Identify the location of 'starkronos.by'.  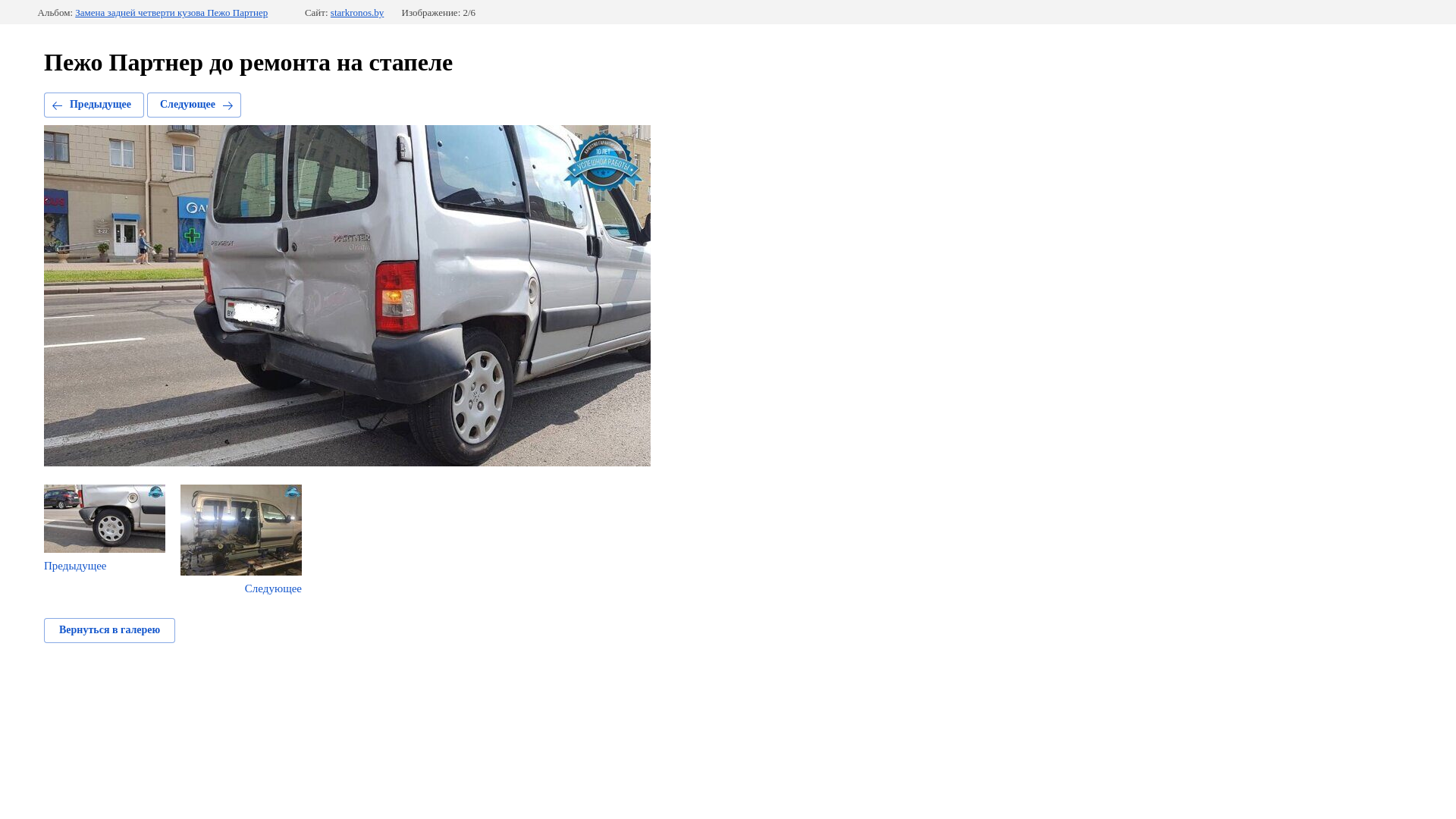
(330, 12).